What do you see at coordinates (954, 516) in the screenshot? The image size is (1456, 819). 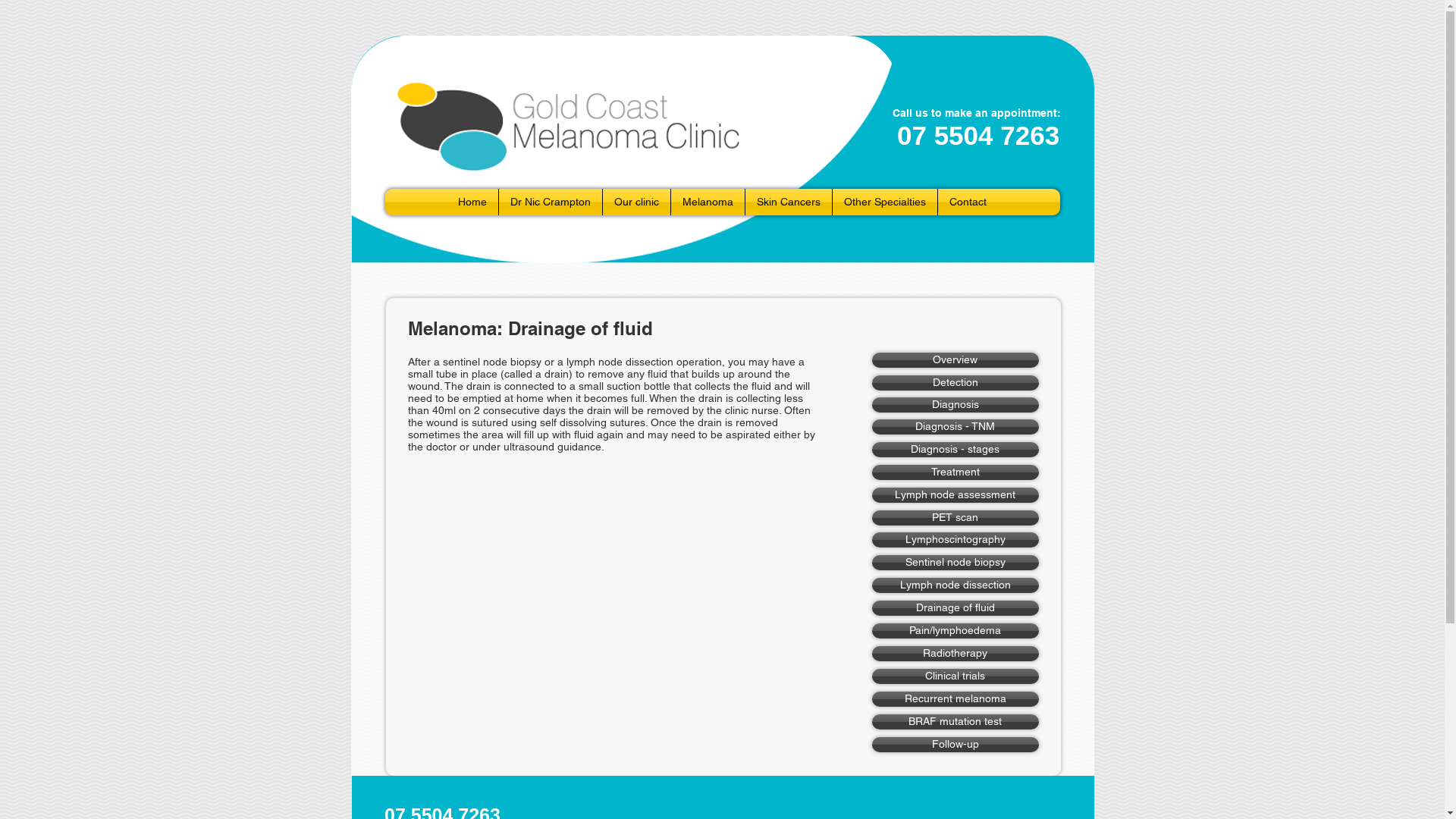 I see `'PET scan'` at bounding box center [954, 516].